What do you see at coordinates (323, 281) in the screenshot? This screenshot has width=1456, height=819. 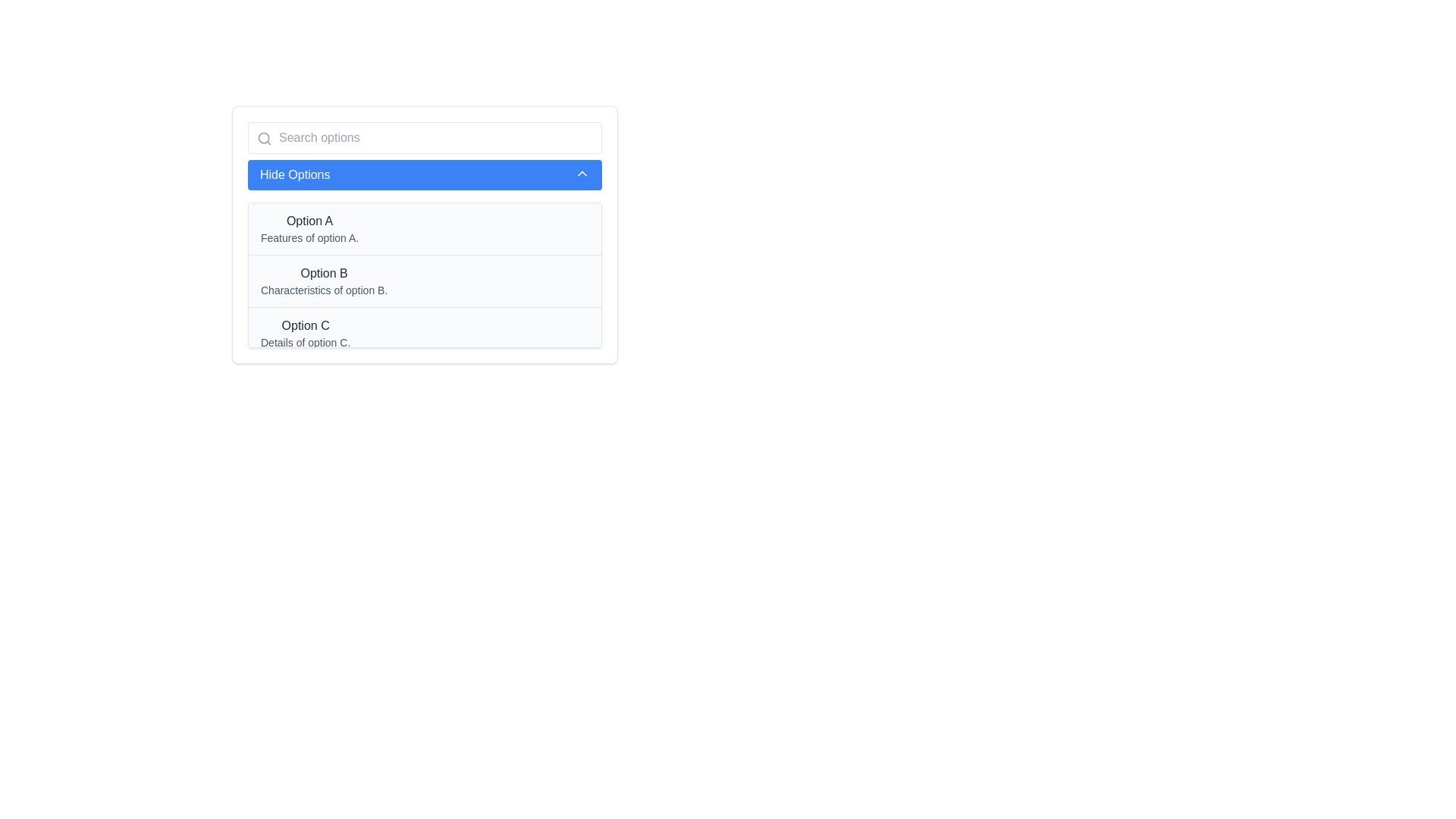 I see `to select 'Option B', which is the second item in the dropdown menu, displaying the title 'Option B' in bold and the description 'Characteristics of option B.'` at bounding box center [323, 281].